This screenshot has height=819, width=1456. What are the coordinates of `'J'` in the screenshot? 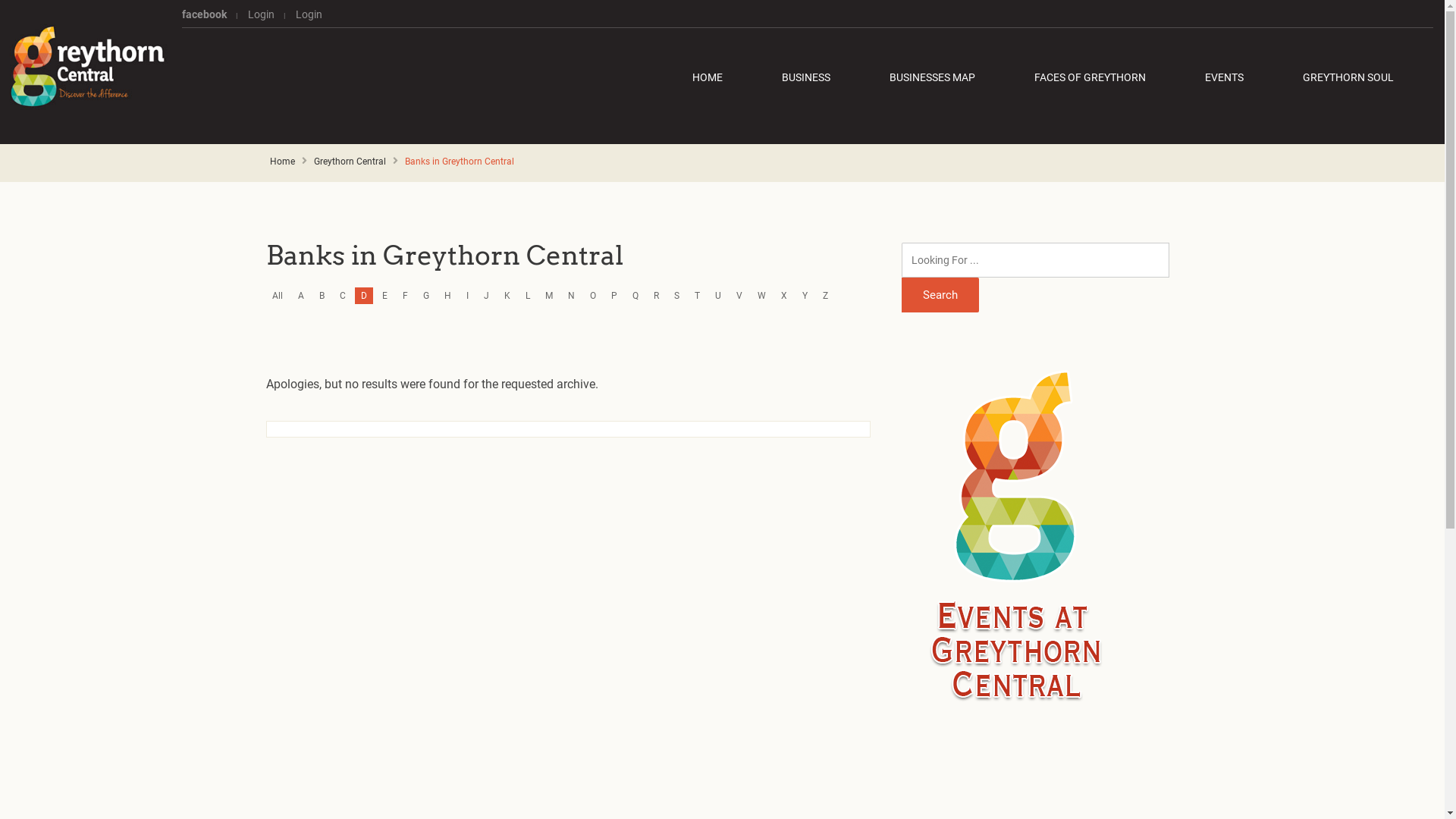 It's located at (486, 295).